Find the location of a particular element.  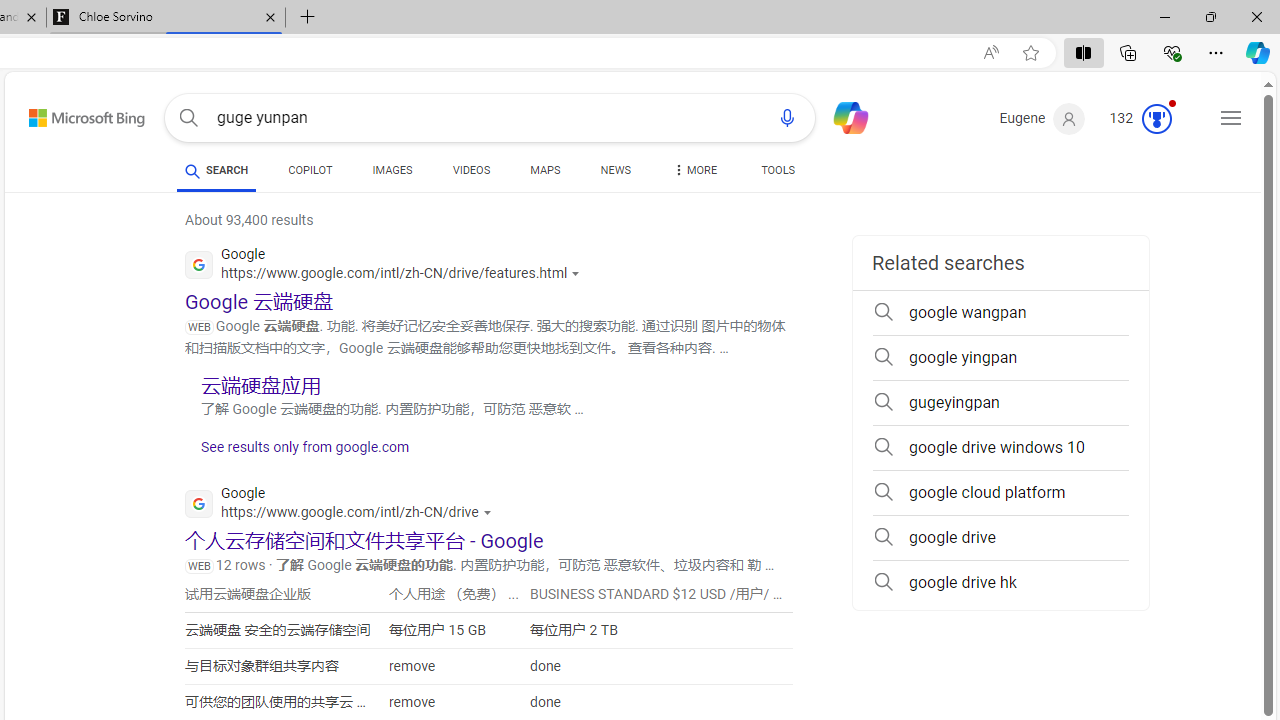

'VIDEOS' is located at coordinates (470, 172).